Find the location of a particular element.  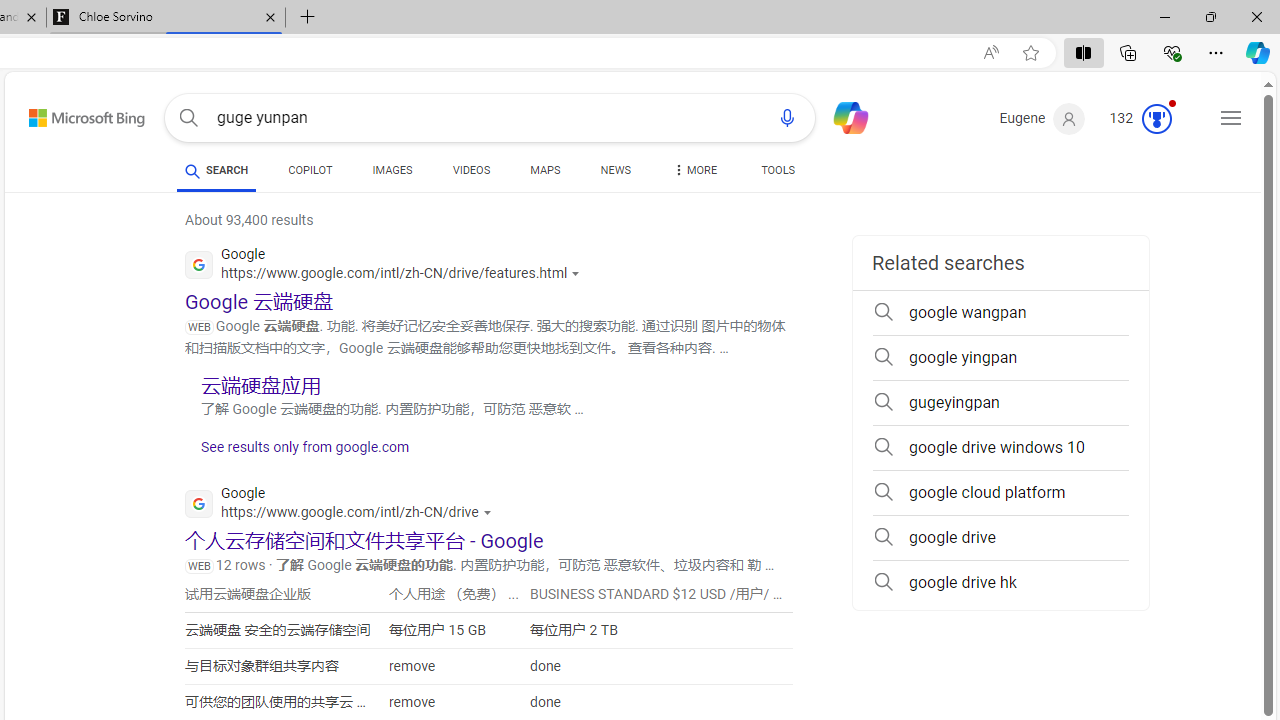

'VIDEOS' is located at coordinates (470, 172).